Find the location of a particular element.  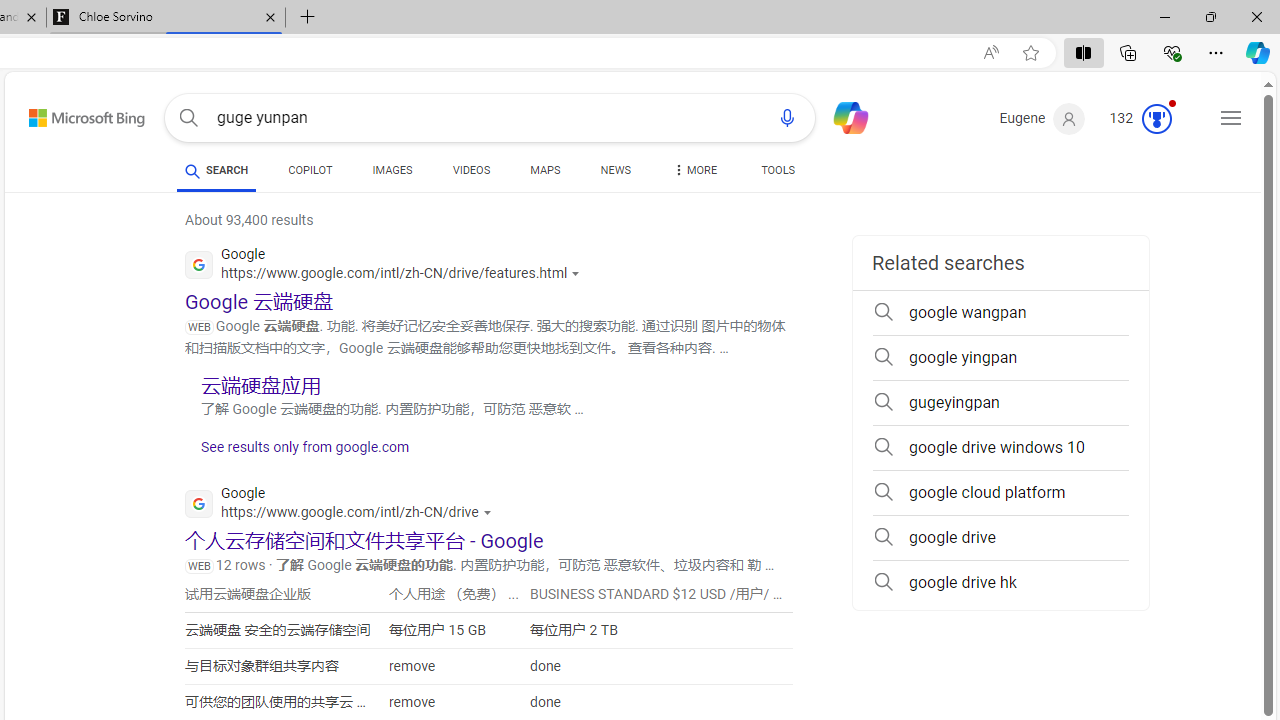

'VIDEOS' is located at coordinates (470, 172).